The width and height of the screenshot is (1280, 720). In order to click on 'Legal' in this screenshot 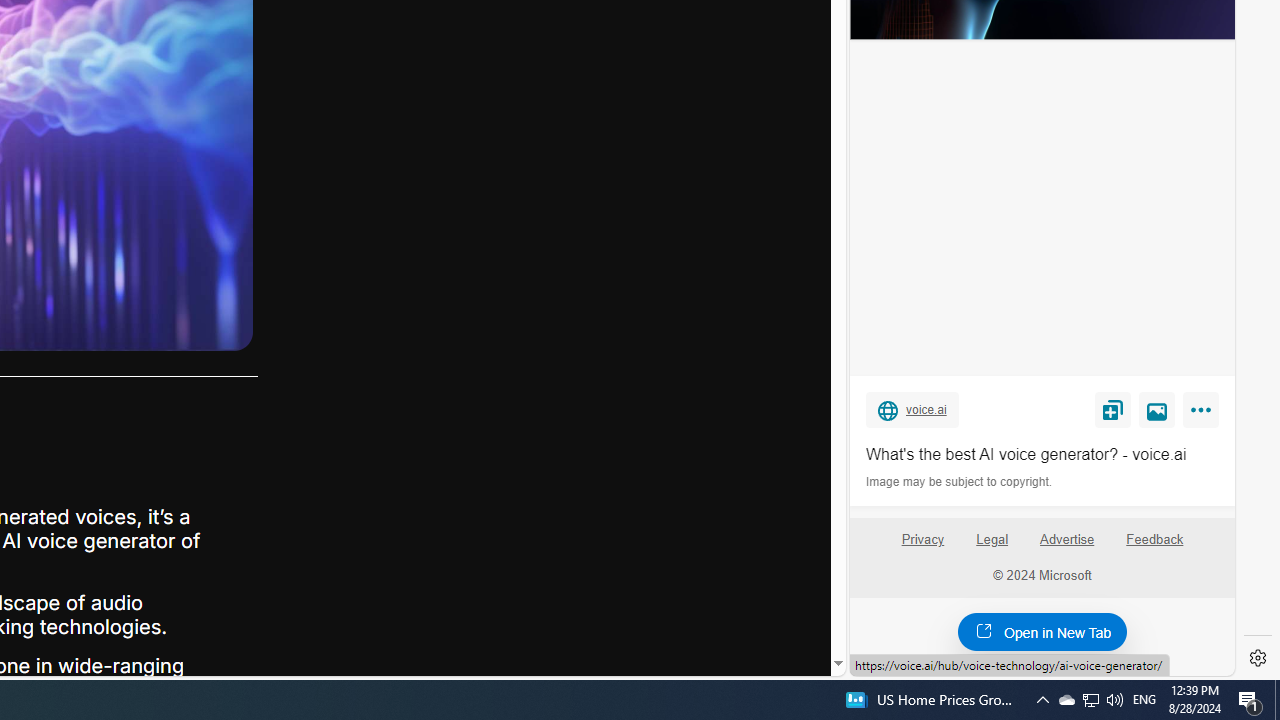, I will do `click(992, 538)`.